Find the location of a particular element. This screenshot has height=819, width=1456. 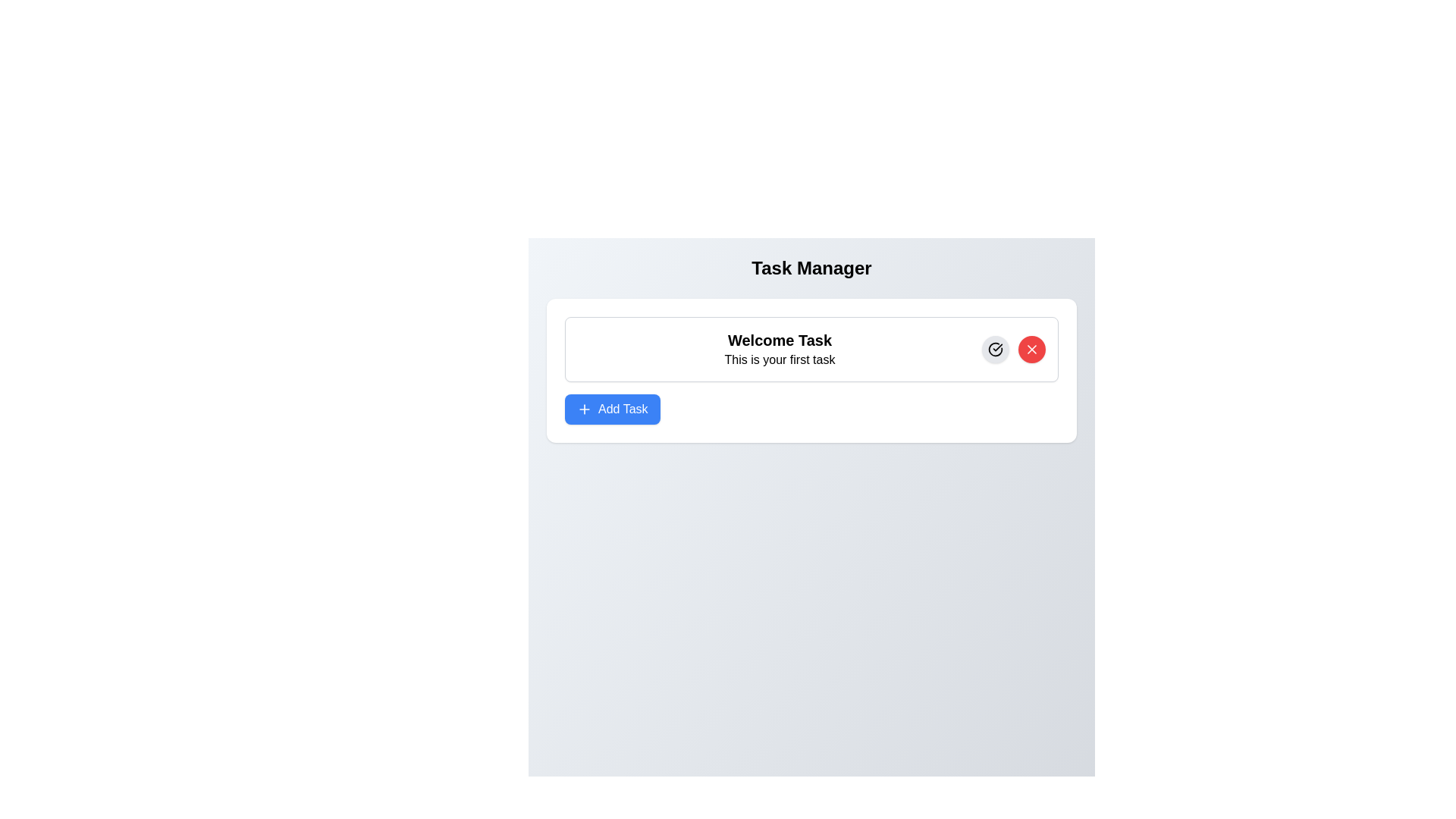

the thin 'X' shaped line icon on the red circular button is located at coordinates (1031, 350).